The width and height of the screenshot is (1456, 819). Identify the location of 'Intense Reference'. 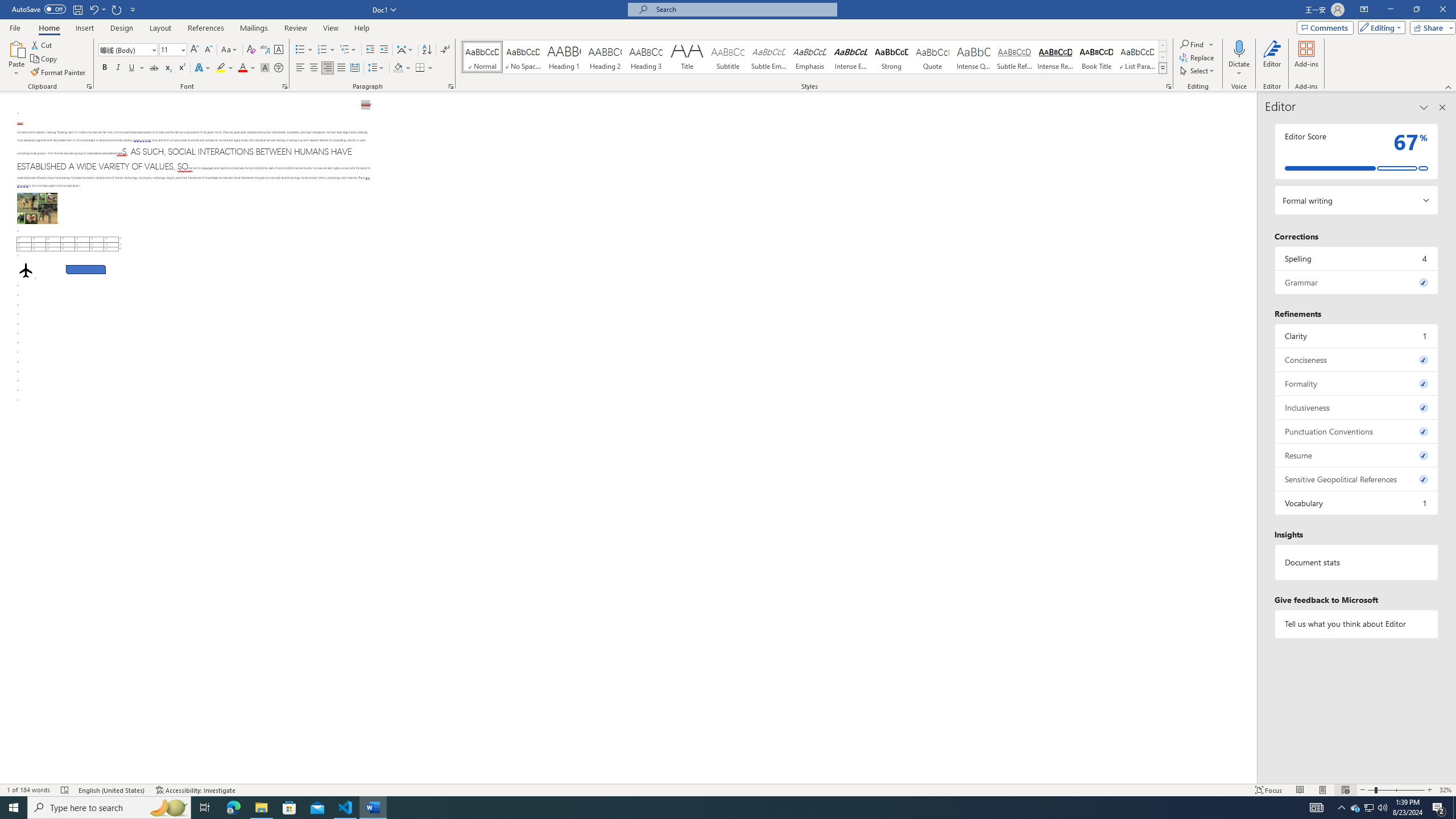
(1055, 56).